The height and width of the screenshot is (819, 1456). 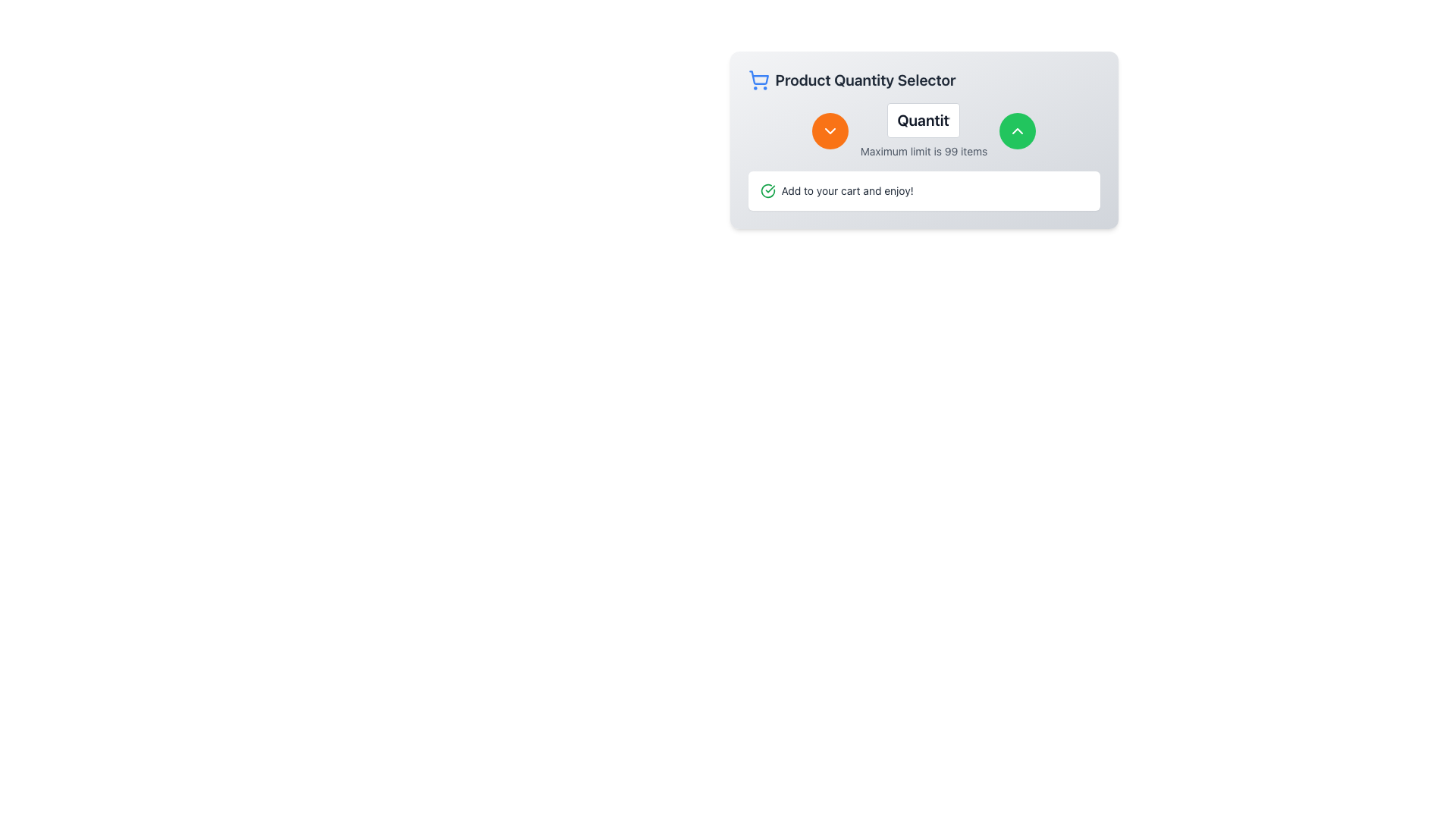 I want to click on the text input field for quantity adjustments, which is centrally positioned above the text stating 'Maximum limit is 99 items', so click(x=923, y=119).